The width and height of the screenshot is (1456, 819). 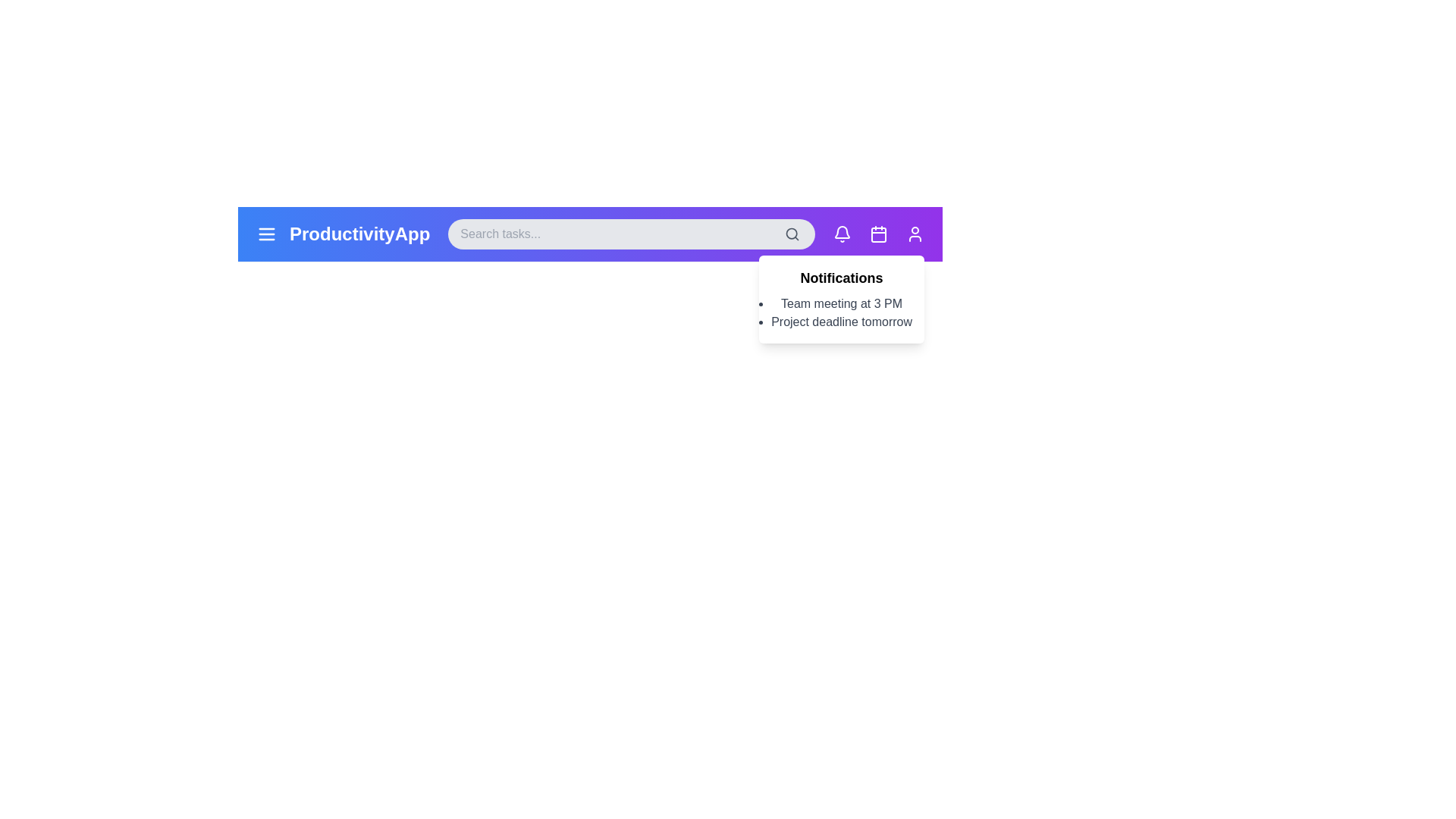 I want to click on the search icon to initiate a search, so click(x=792, y=234).